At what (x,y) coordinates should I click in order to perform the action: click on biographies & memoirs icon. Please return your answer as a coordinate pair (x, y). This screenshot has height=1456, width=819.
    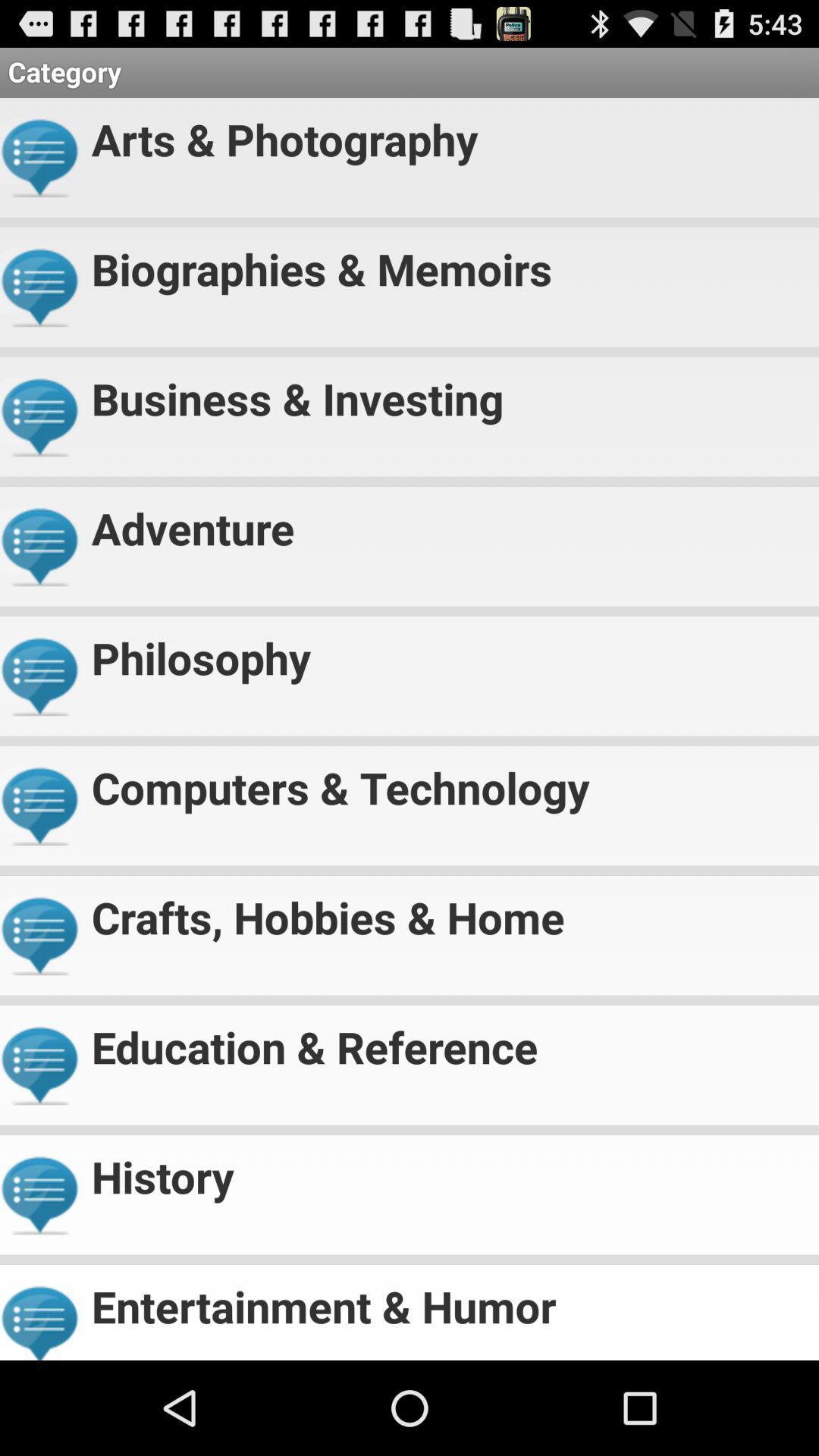
    Looking at the image, I should click on (448, 262).